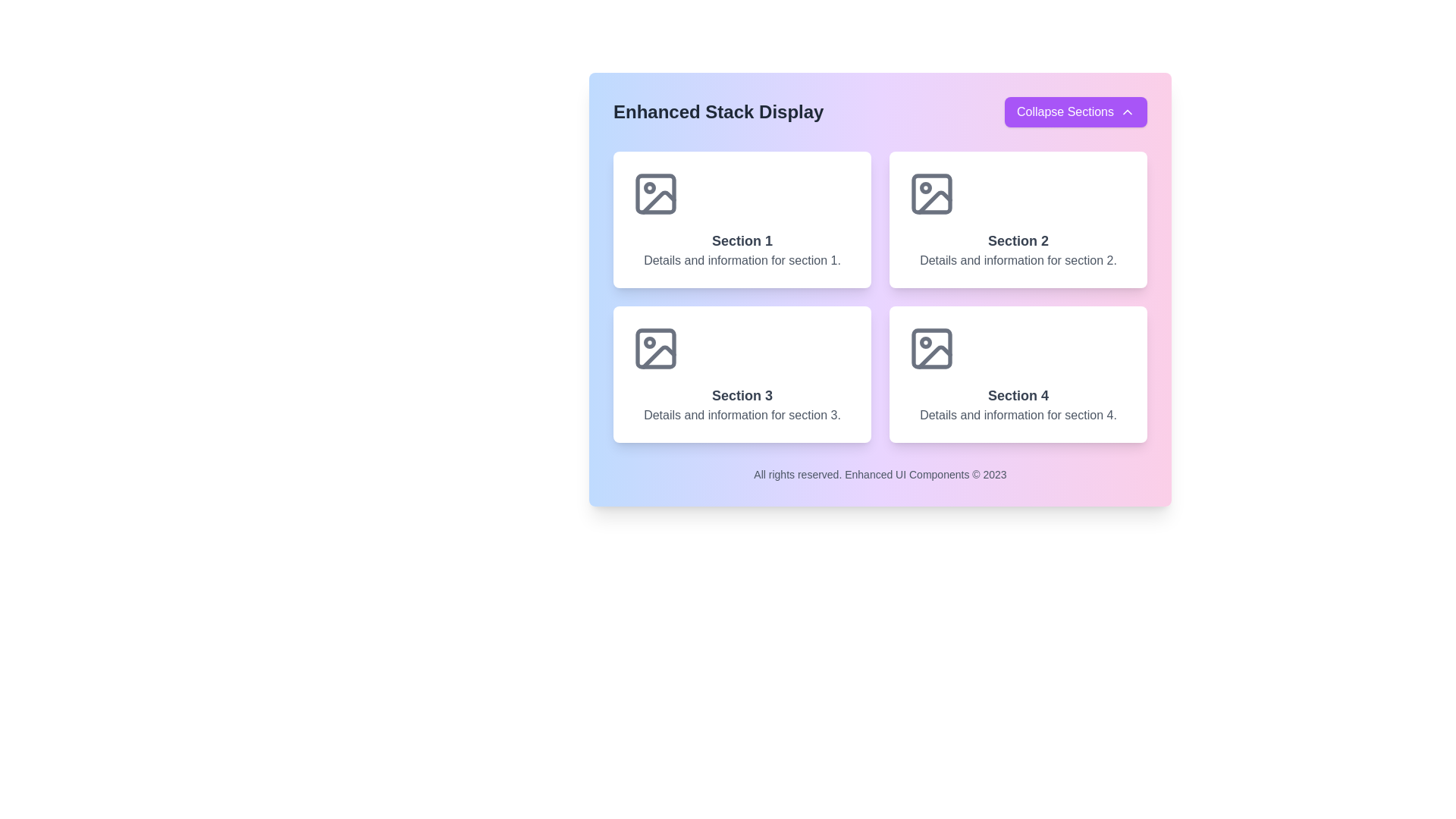 The width and height of the screenshot is (1456, 819). What do you see at coordinates (742, 374) in the screenshot?
I see `the Informational Card titled 'Section 3' located in the bottom-left section of a 2x2 grid layout` at bounding box center [742, 374].